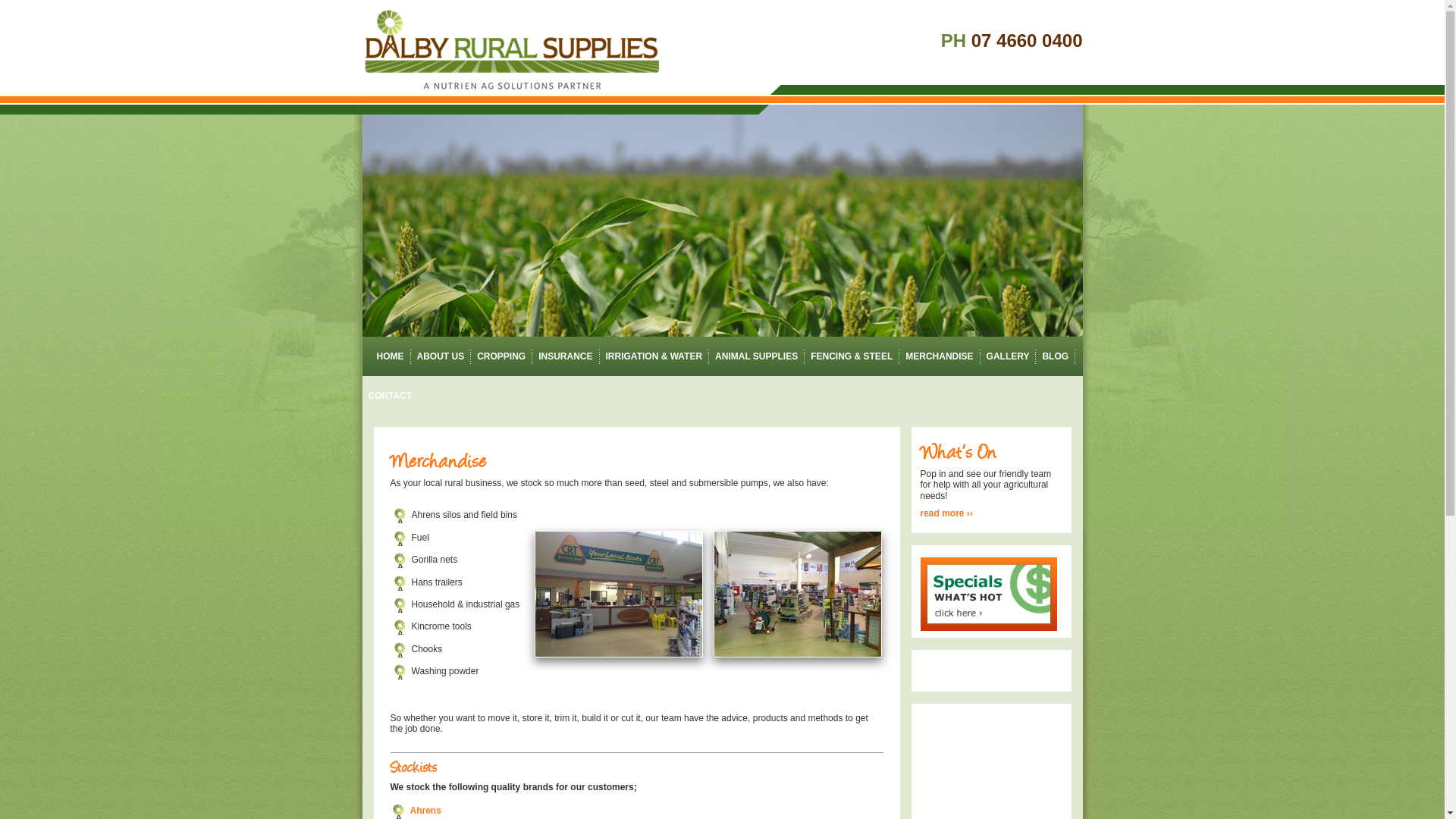 The width and height of the screenshot is (1456, 819). What do you see at coordinates (409, 809) in the screenshot?
I see `'Ahrens'` at bounding box center [409, 809].